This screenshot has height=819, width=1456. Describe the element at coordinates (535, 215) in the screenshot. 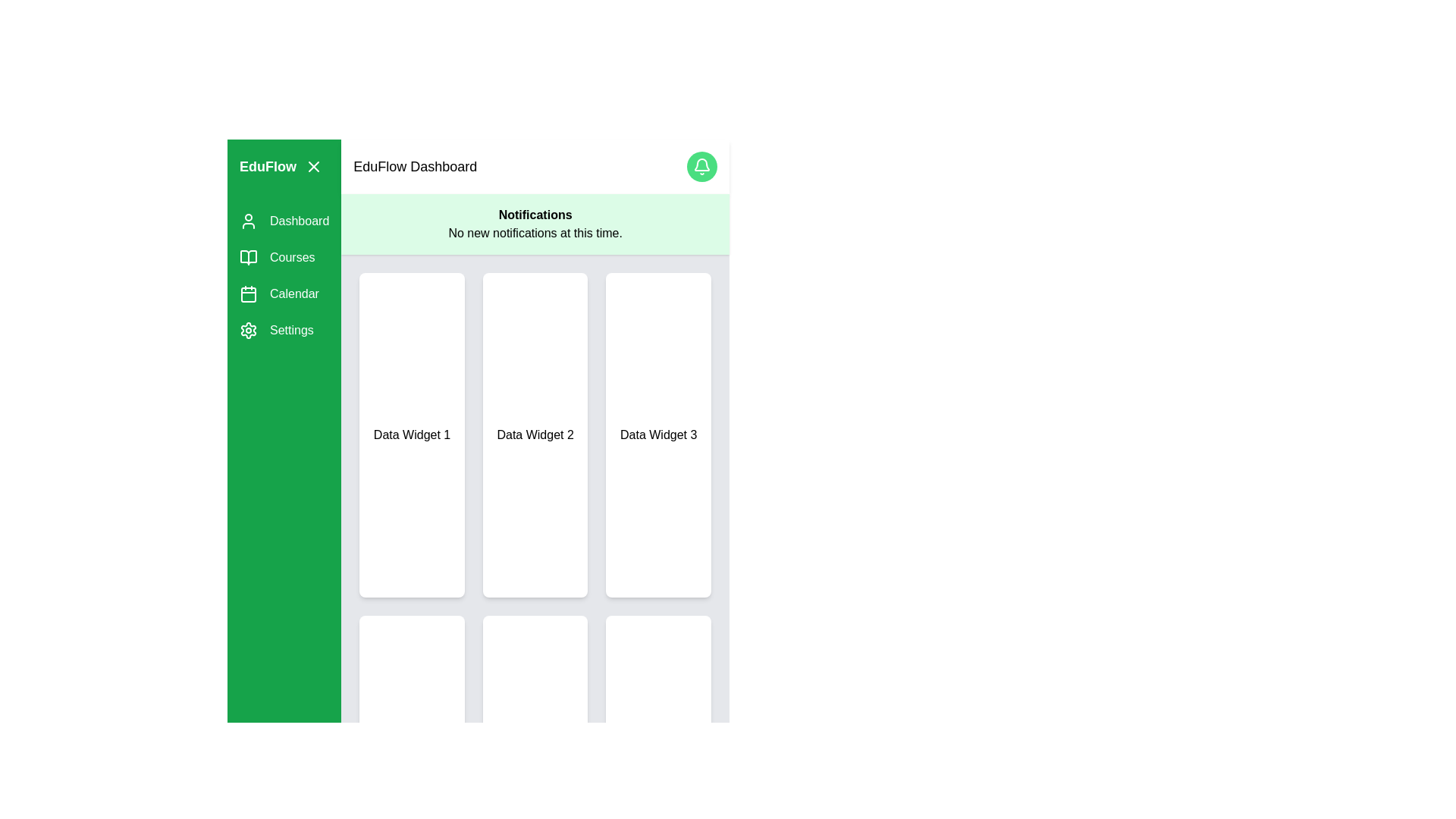

I see `the 'Notifications' text label, which is displayed in bold at the top middle of the notification panel with a light green background` at that location.